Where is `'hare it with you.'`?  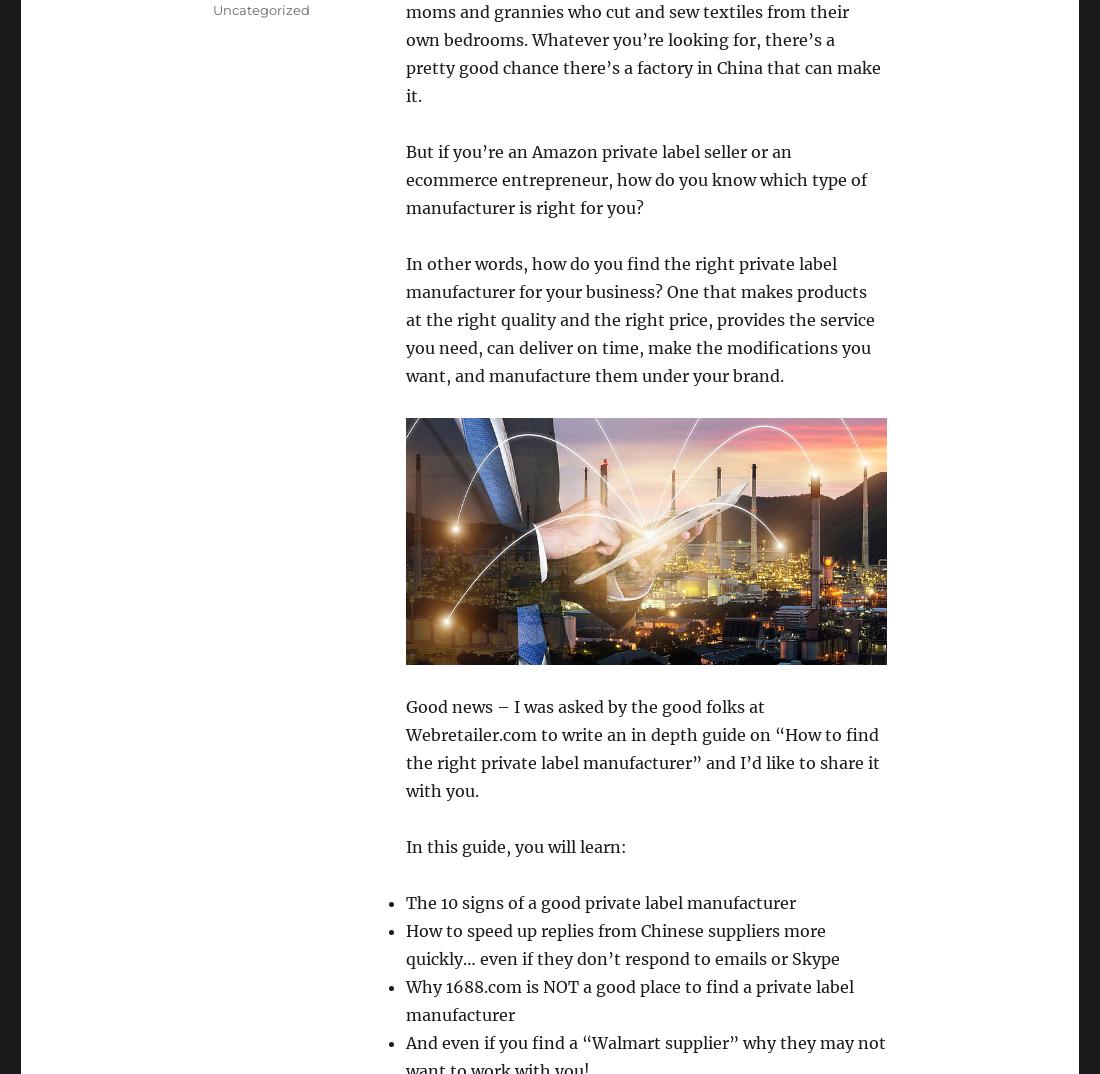
'hare it with you.' is located at coordinates (405, 774).